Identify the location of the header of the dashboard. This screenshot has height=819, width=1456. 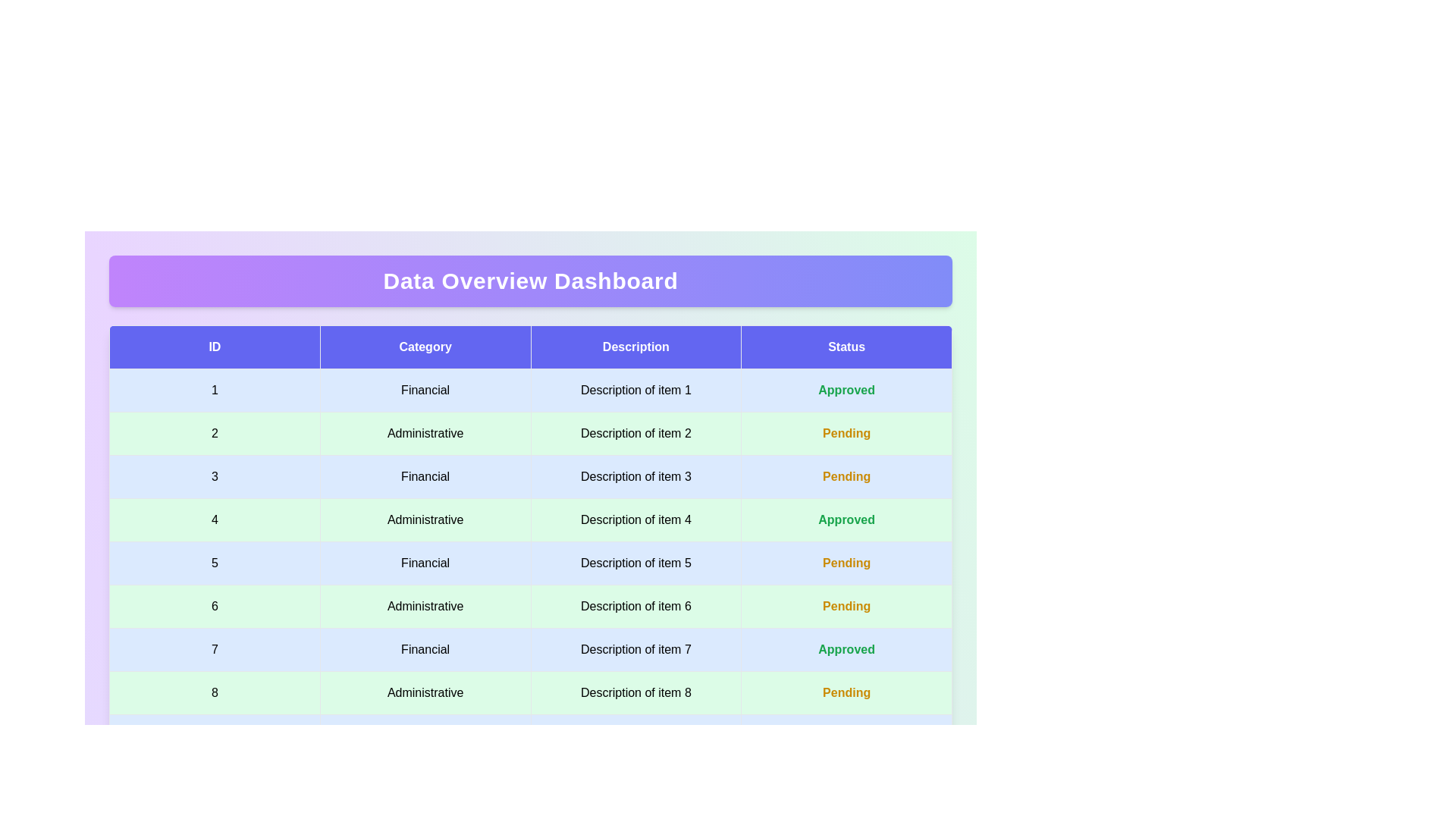
(531, 281).